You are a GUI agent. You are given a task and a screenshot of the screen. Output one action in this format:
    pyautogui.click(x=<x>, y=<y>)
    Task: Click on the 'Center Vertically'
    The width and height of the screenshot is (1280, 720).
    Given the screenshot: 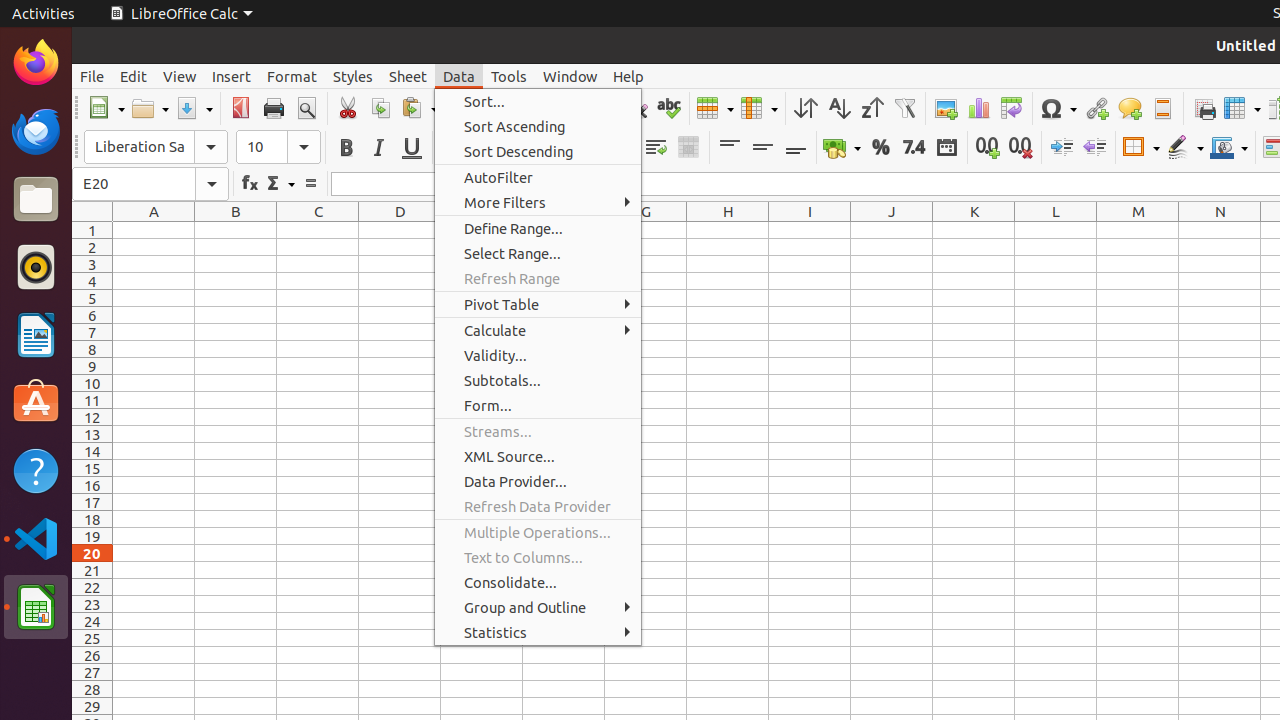 What is the action you would take?
    pyautogui.click(x=761, y=146)
    